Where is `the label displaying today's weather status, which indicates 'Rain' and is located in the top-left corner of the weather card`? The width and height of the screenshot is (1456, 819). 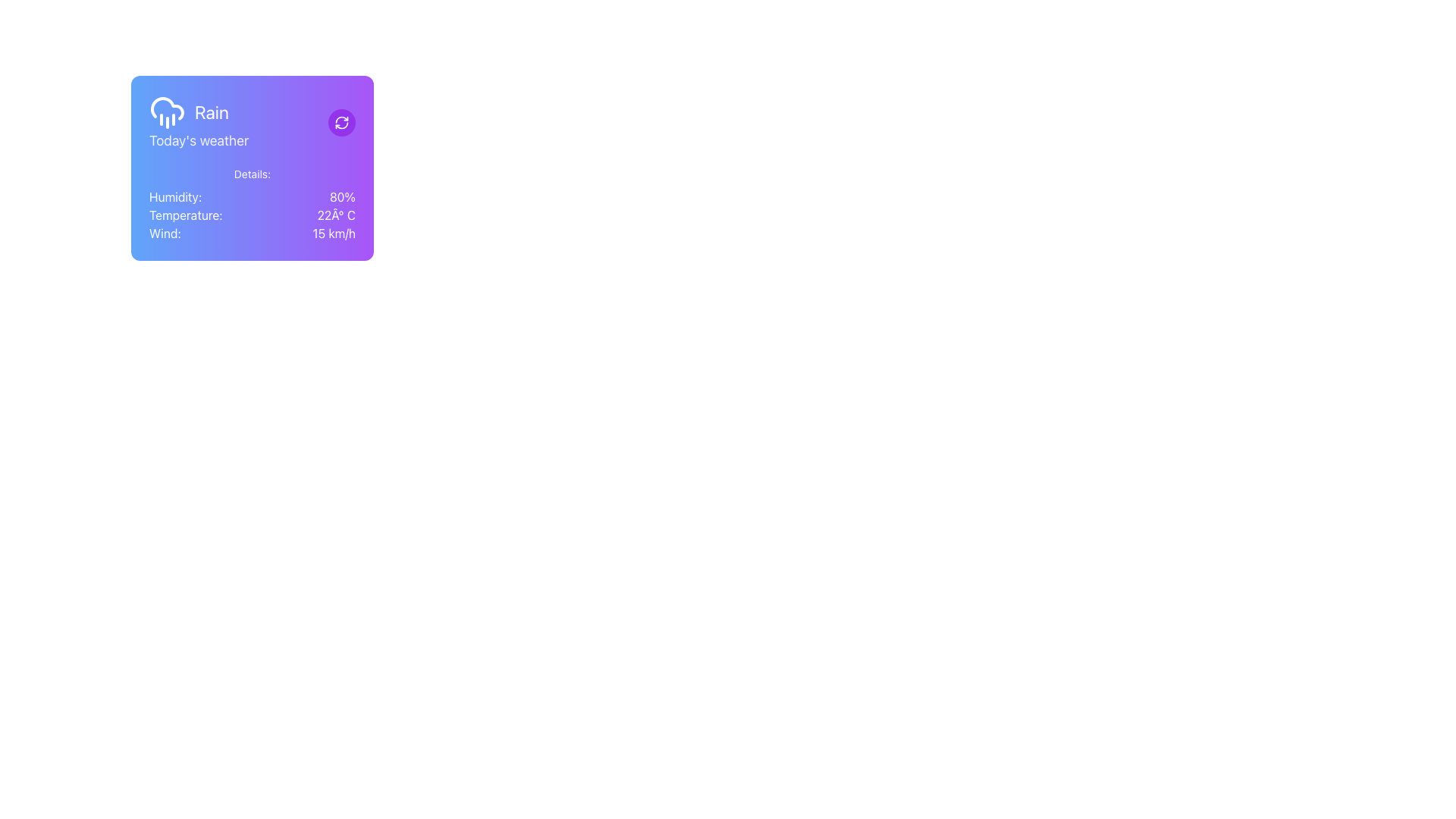 the label displaying today's weather status, which indicates 'Rain' and is located in the top-left corner of the weather card is located at coordinates (198, 122).